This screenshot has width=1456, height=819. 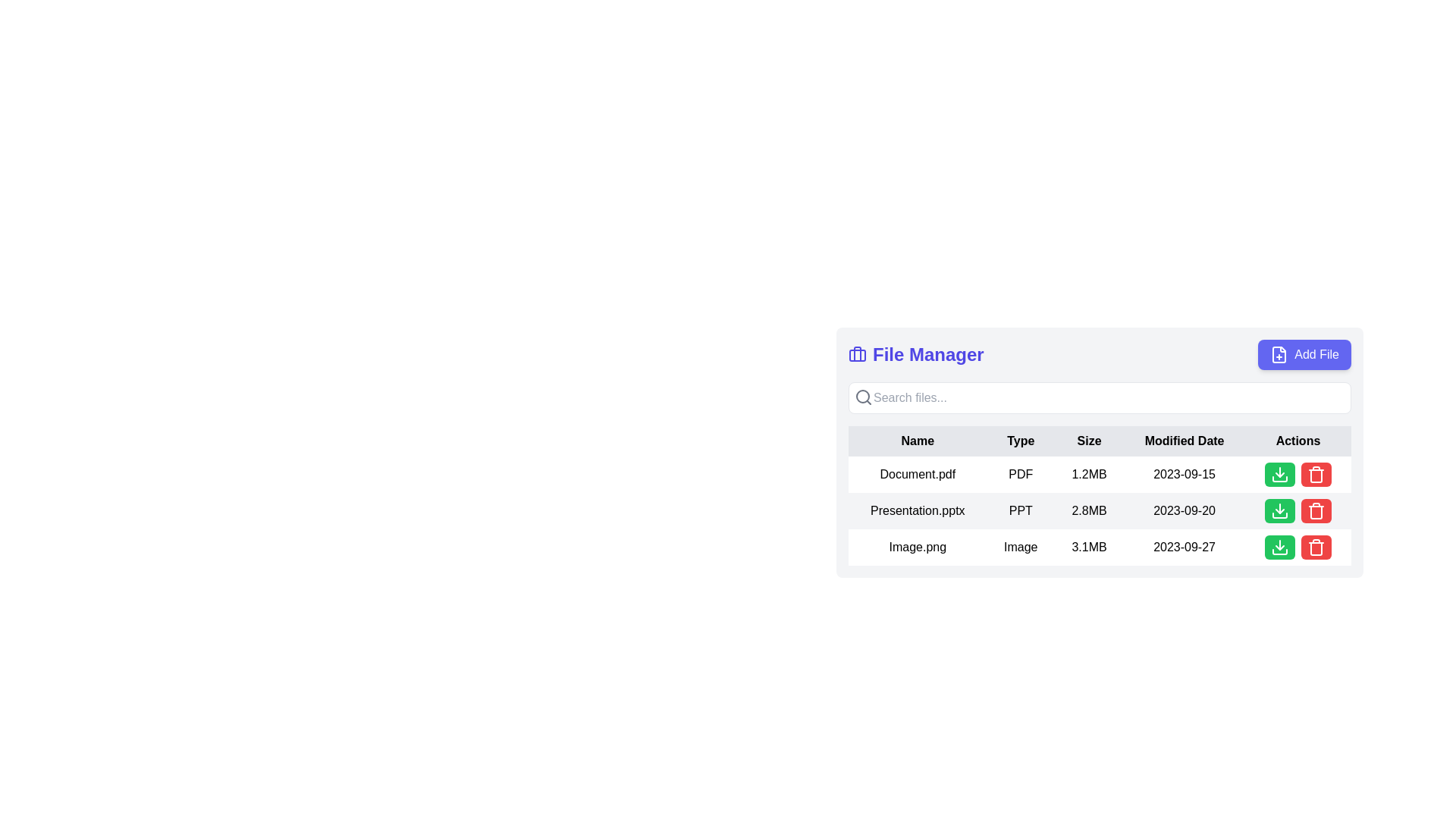 I want to click on the red delete button with a trash can icon, so click(x=1298, y=511).